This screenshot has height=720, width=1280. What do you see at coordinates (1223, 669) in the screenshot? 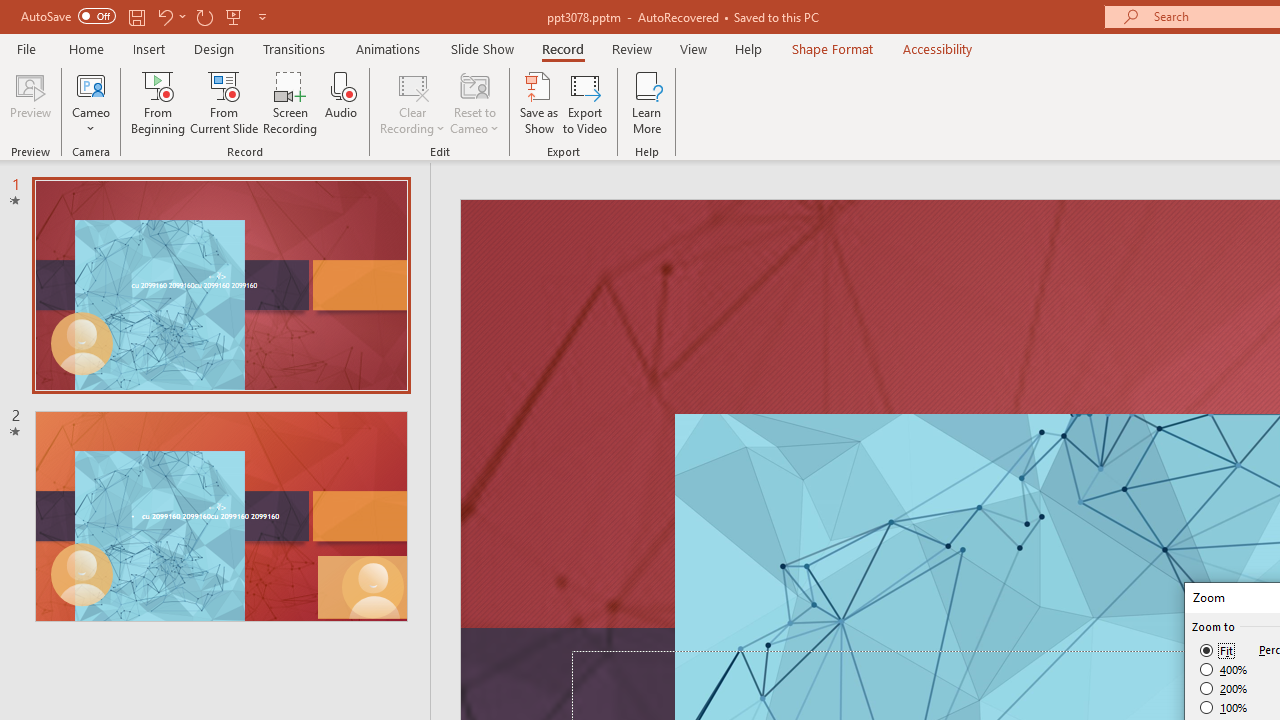
I see `'400%'` at bounding box center [1223, 669].